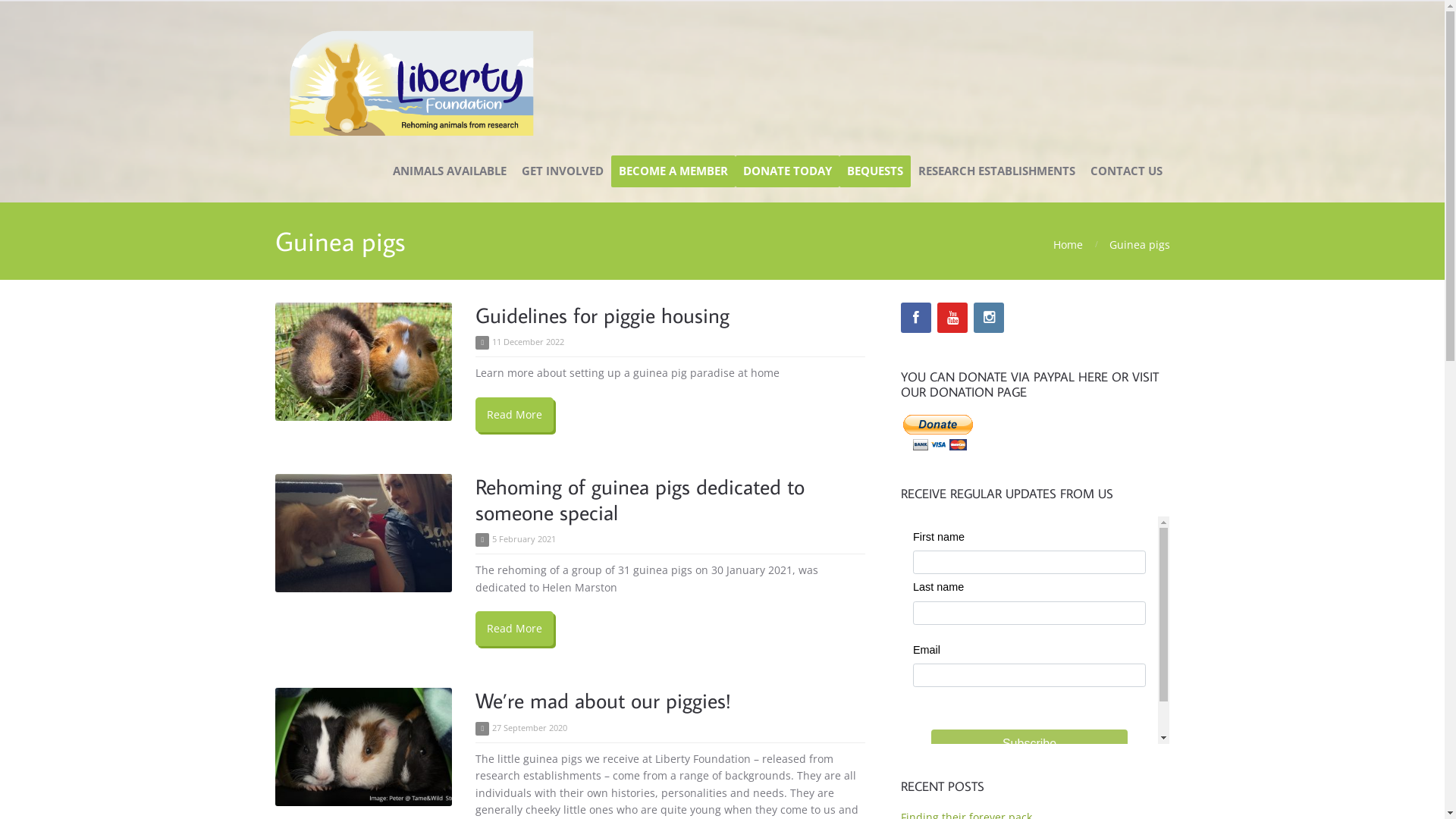  I want to click on 'Rehoming of guinea pigs dedicated to someone special', so click(475, 499).